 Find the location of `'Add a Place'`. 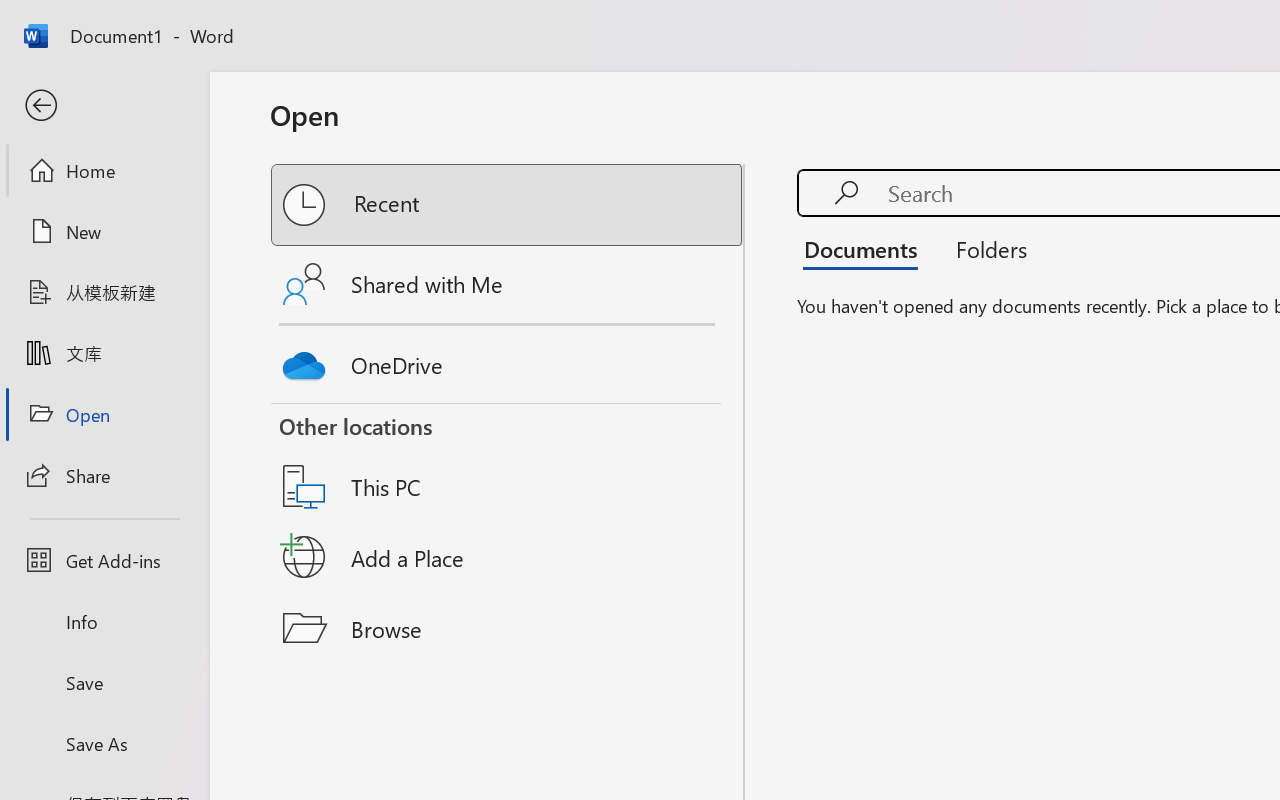

'Add a Place' is located at coordinates (508, 557).